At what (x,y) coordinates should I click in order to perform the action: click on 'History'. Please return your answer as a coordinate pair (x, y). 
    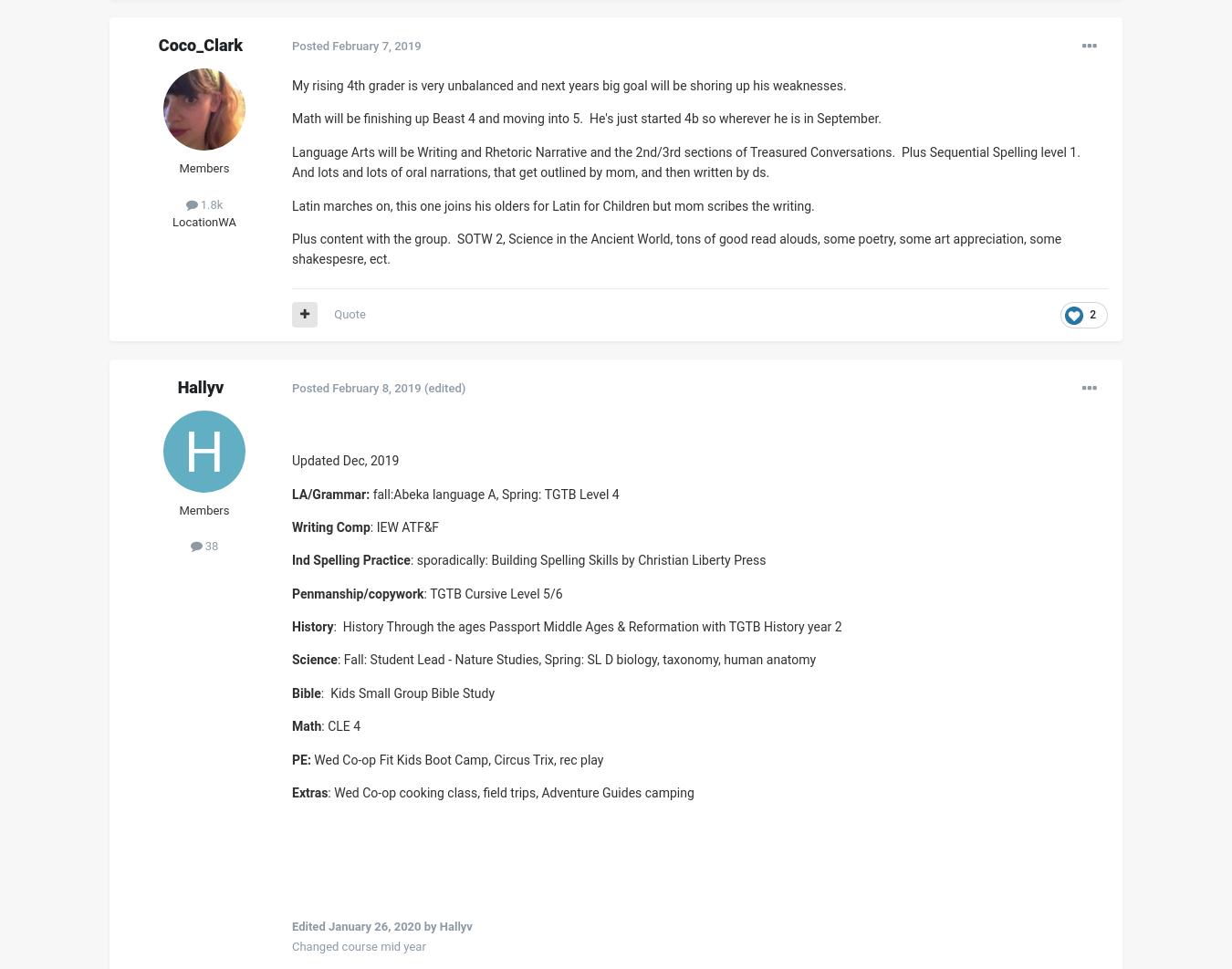
    Looking at the image, I should click on (312, 627).